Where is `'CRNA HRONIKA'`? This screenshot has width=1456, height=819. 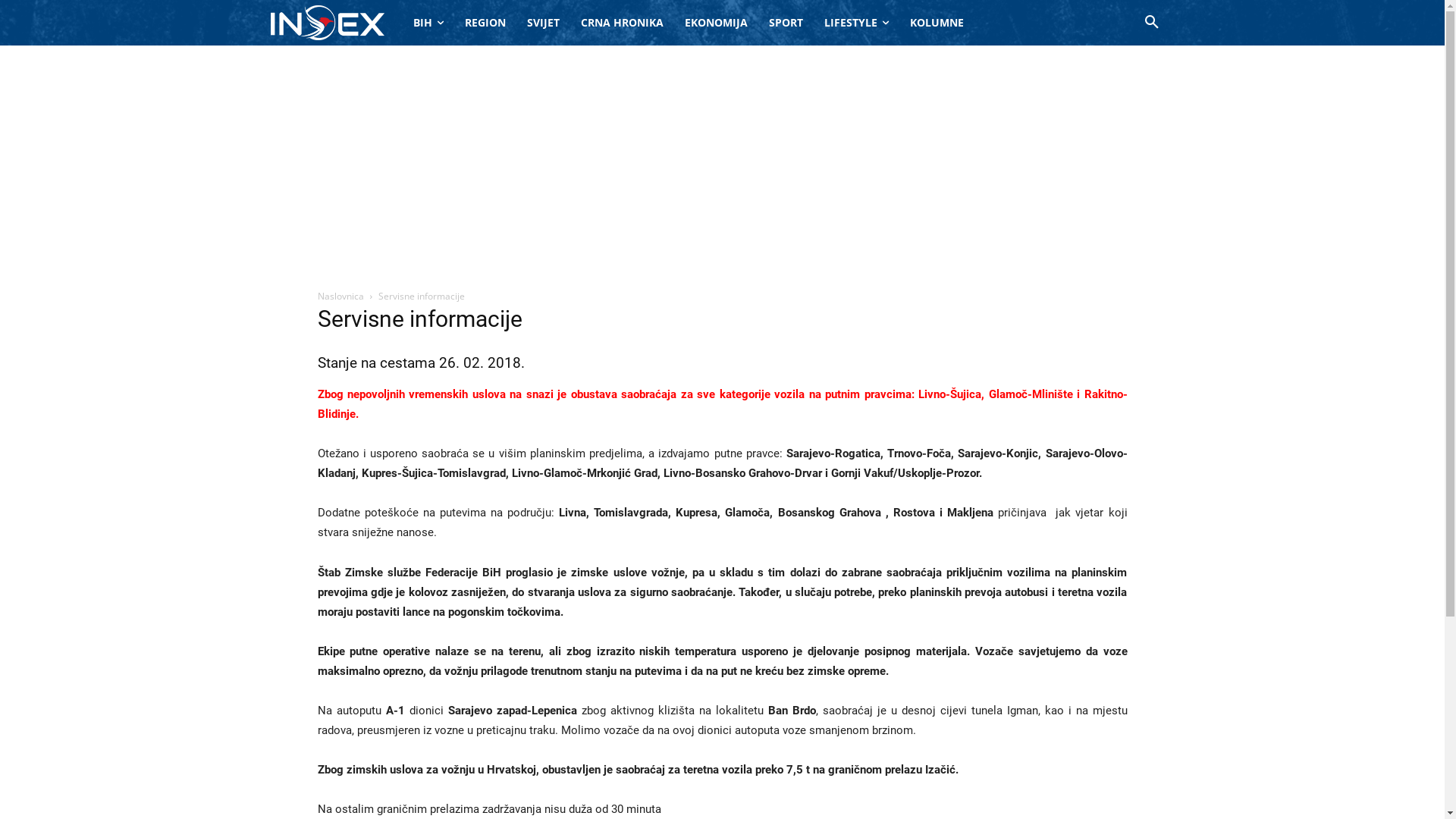 'CRNA HRONIKA' is located at coordinates (622, 23).